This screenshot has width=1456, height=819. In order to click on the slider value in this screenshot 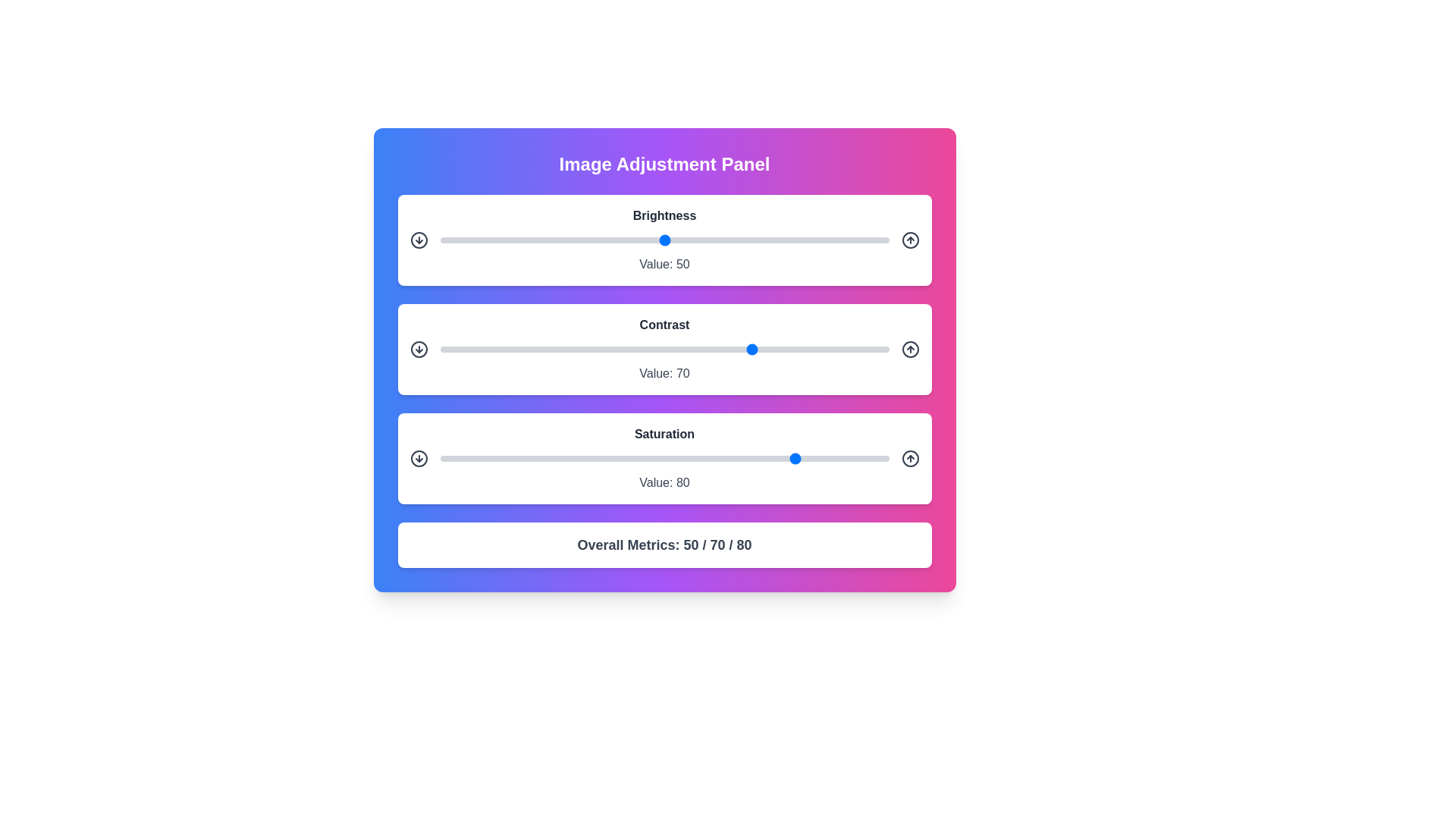, I will do `click(741, 458)`.